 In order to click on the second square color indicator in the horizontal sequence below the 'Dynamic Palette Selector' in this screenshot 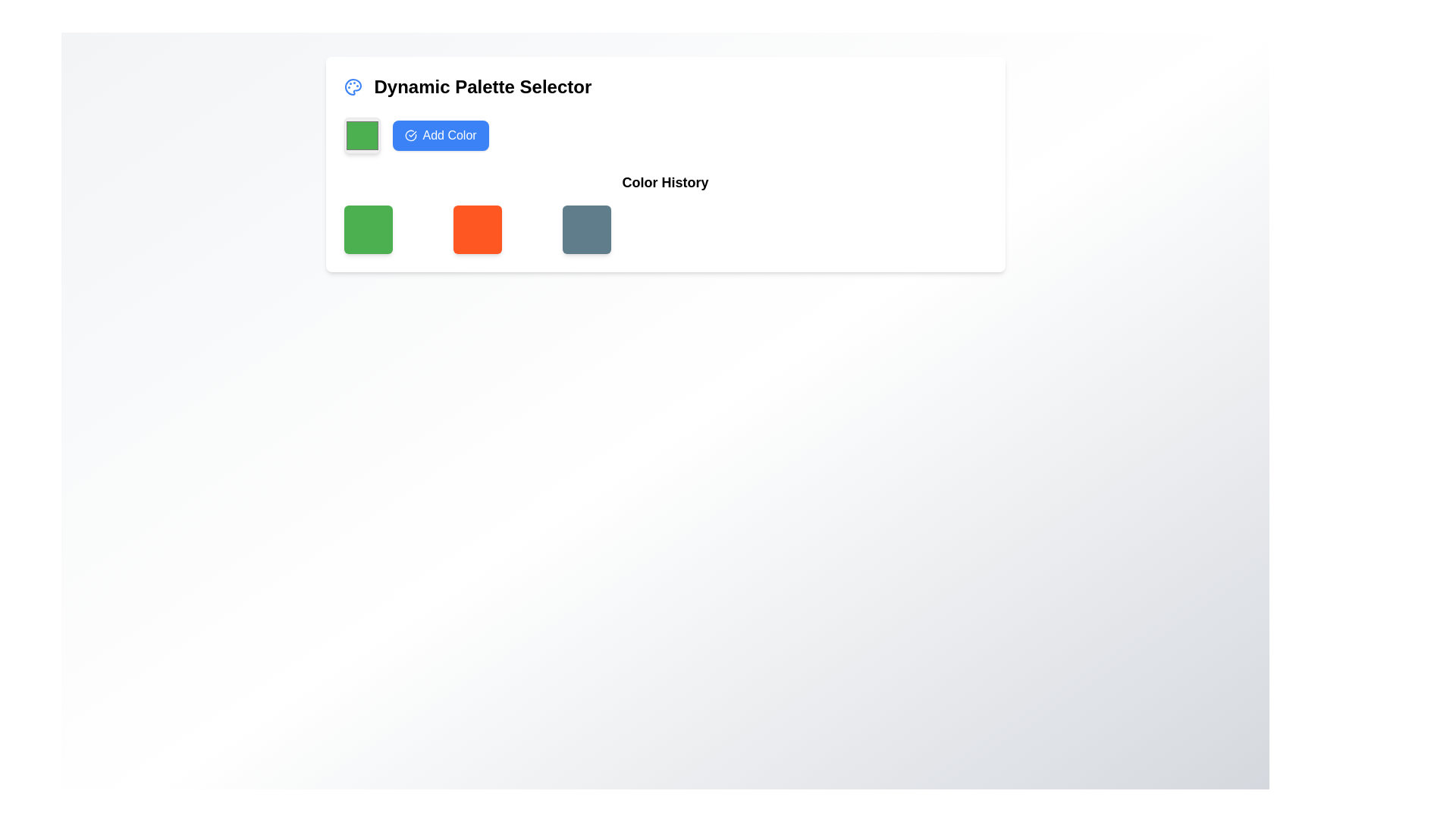, I will do `click(476, 230)`.